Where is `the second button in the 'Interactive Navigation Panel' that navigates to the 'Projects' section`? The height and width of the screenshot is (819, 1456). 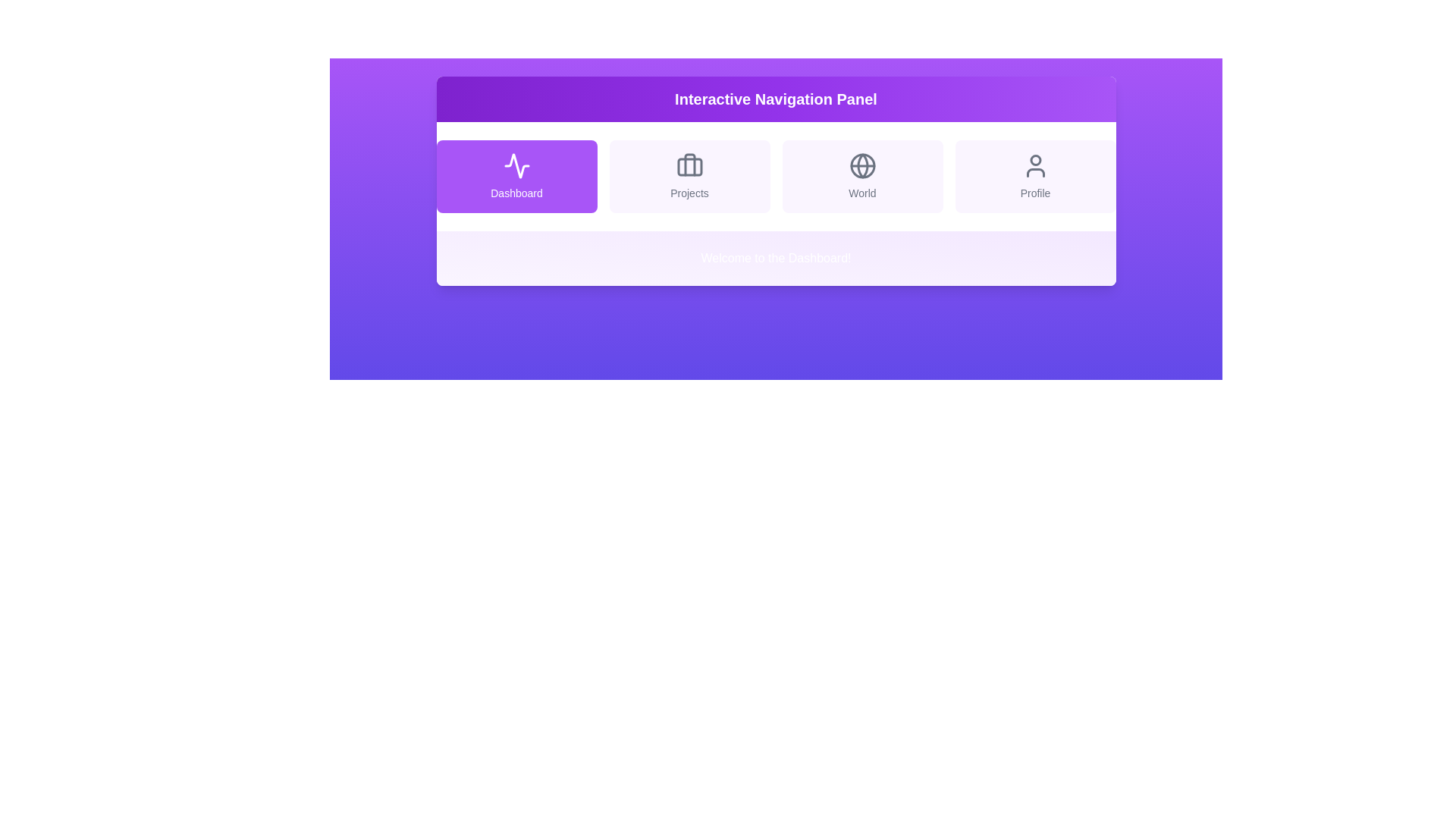
the second button in the 'Interactive Navigation Panel' that navigates to the 'Projects' section is located at coordinates (689, 175).